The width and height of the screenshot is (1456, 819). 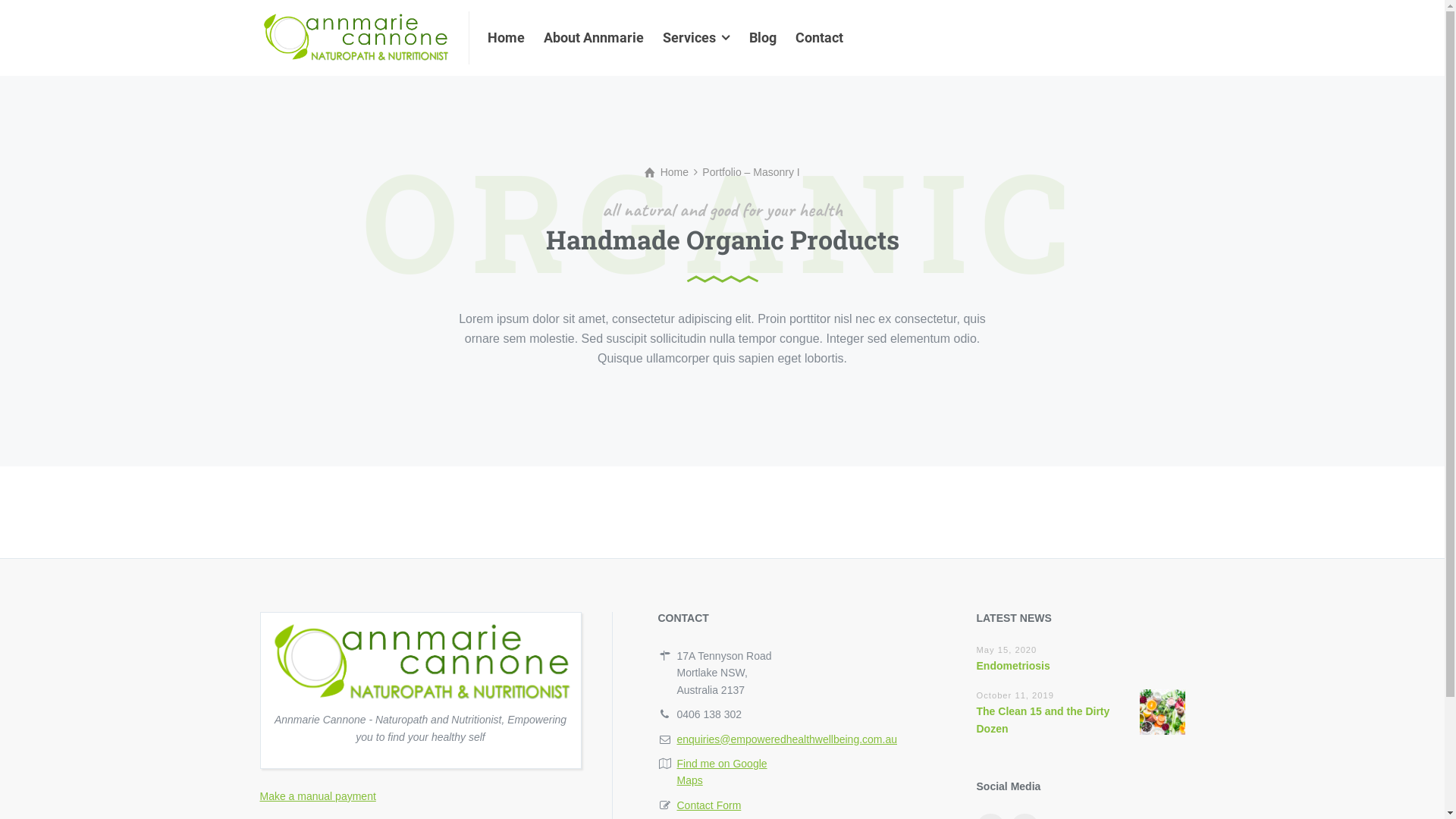 What do you see at coordinates (786, 739) in the screenshot?
I see `'enquiries@empoweredhealthwellbeing.com.au'` at bounding box center [786, 739].